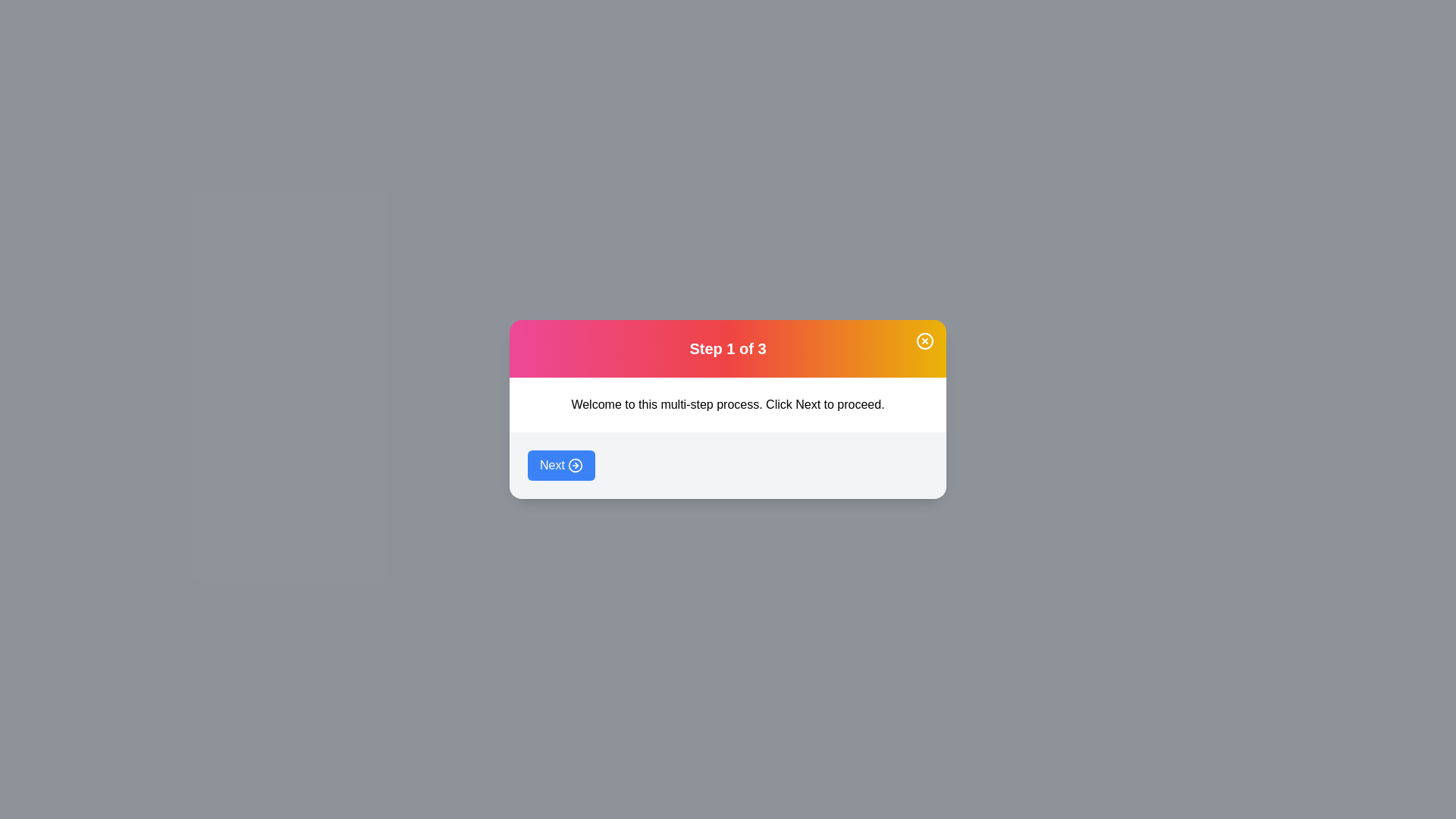 This screenshot has width=1456, height=819. Describe the element at coordinates (560, 464) in the screenshot. I see `the 'Next' button to proceed to the next step` at that location.